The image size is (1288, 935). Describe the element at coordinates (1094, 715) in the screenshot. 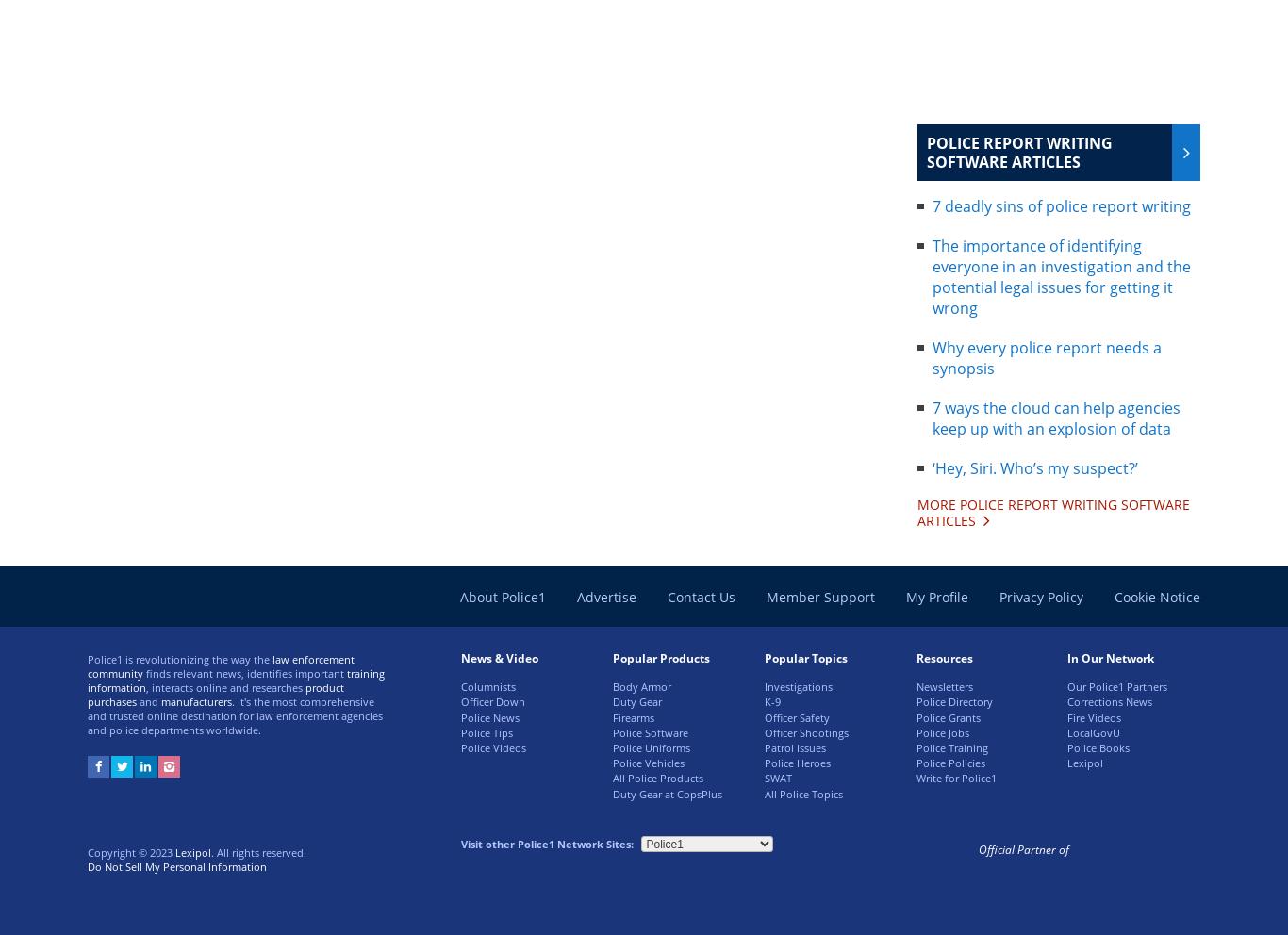

I see `'Fire Videos'` at that location.